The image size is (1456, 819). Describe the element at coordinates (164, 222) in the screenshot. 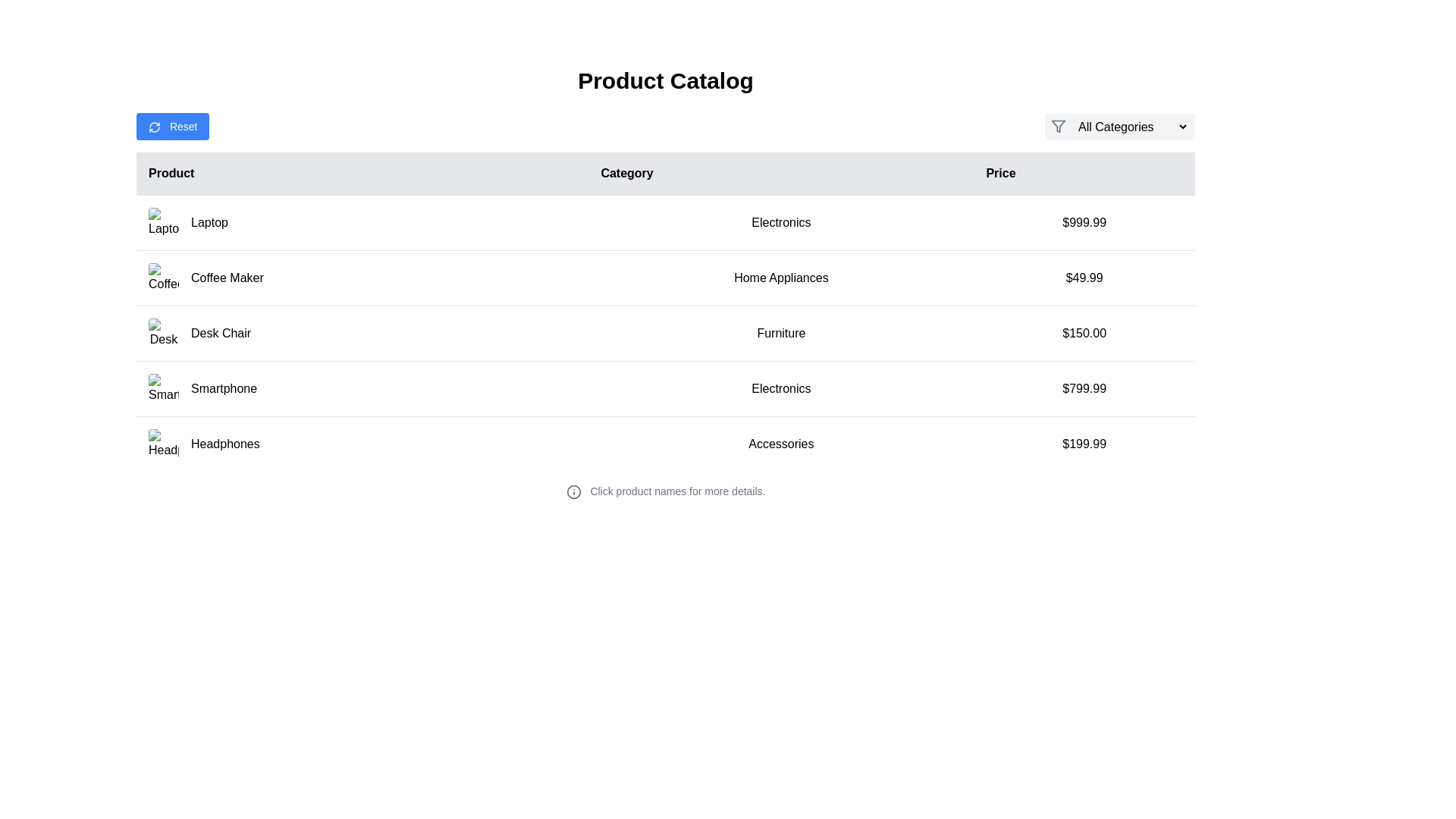

I see `the laptop product icon located` at that location.